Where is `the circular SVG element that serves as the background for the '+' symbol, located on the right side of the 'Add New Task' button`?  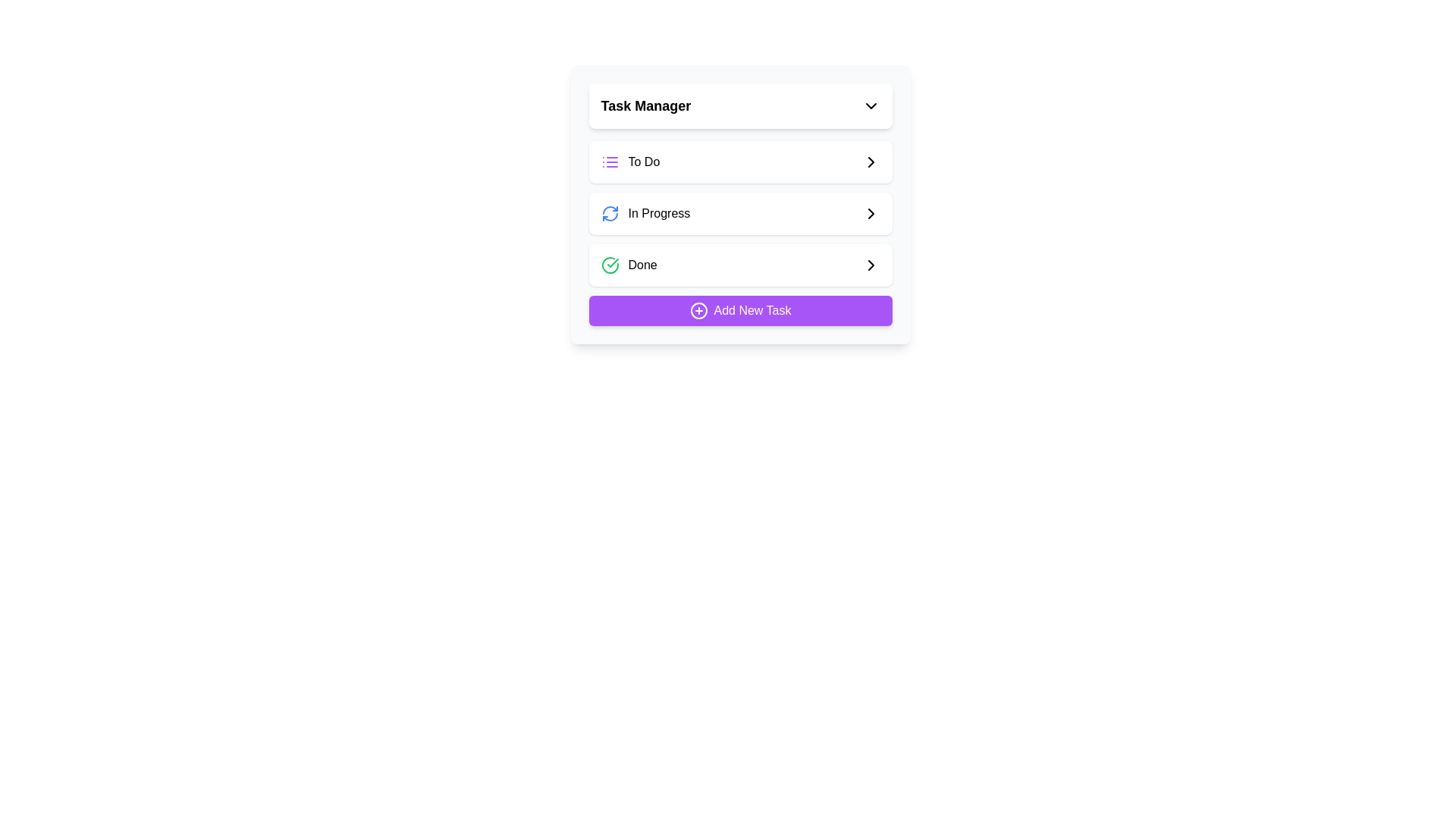
the circular SVG element that serves as the background for the '+' symbol, located on the right side of the 'Add New Task' button is located at coordinates (698, 309).